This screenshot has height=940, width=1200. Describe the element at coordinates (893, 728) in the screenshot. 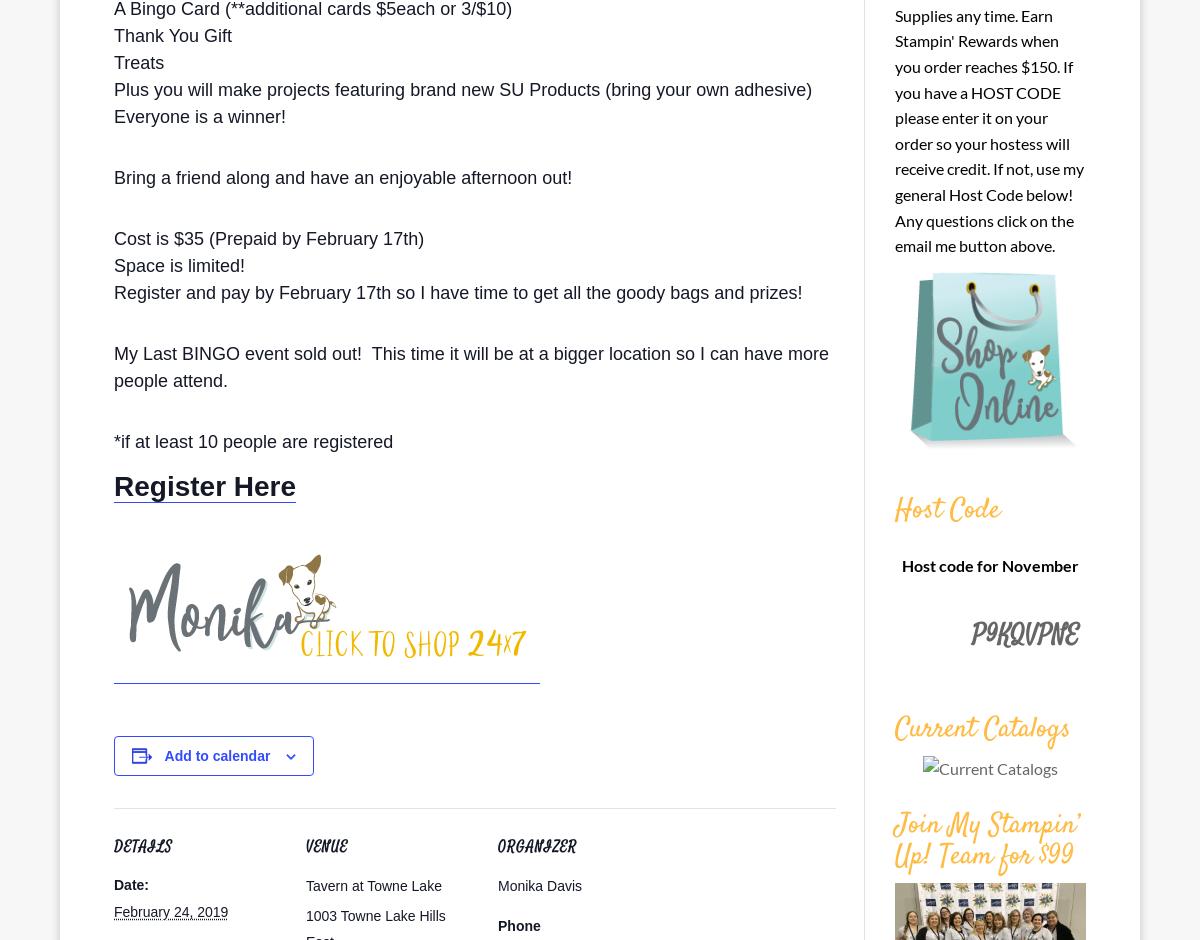

I see `'Current Catalogs'` at that location.